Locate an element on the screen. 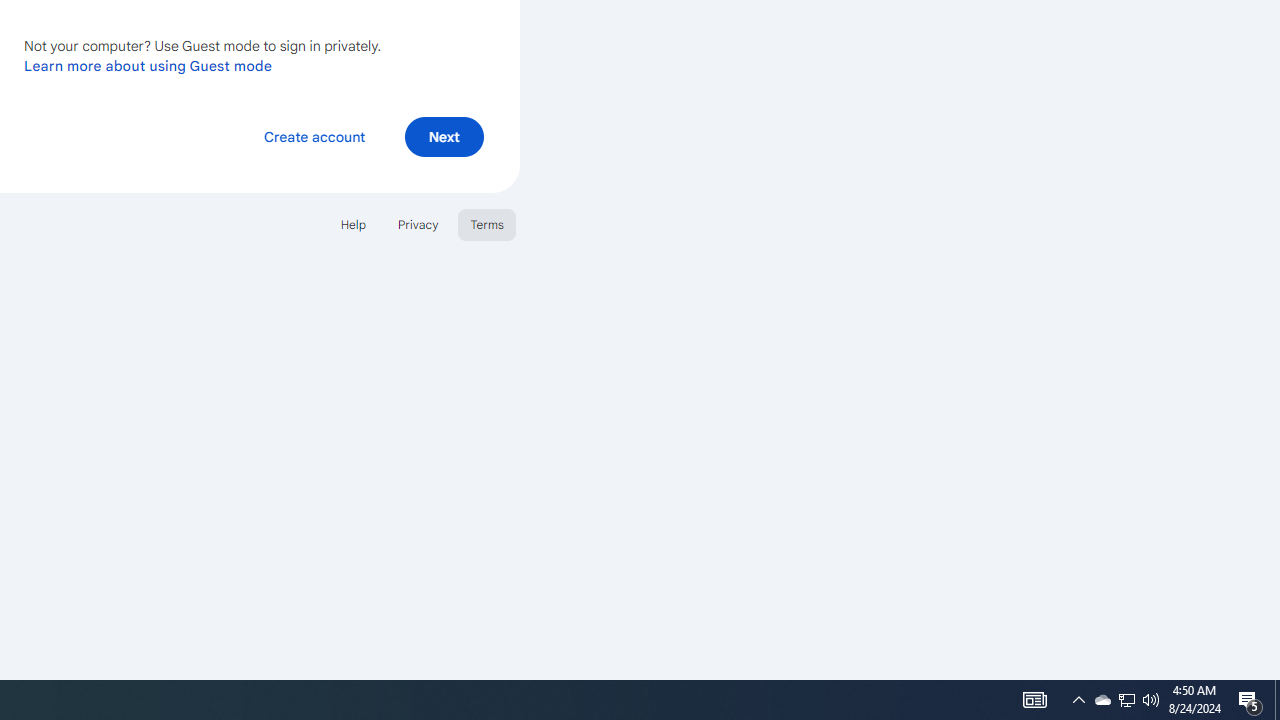 This screenshot has height=720, width=1280. 'Next' is located at coordinates (443, 135).